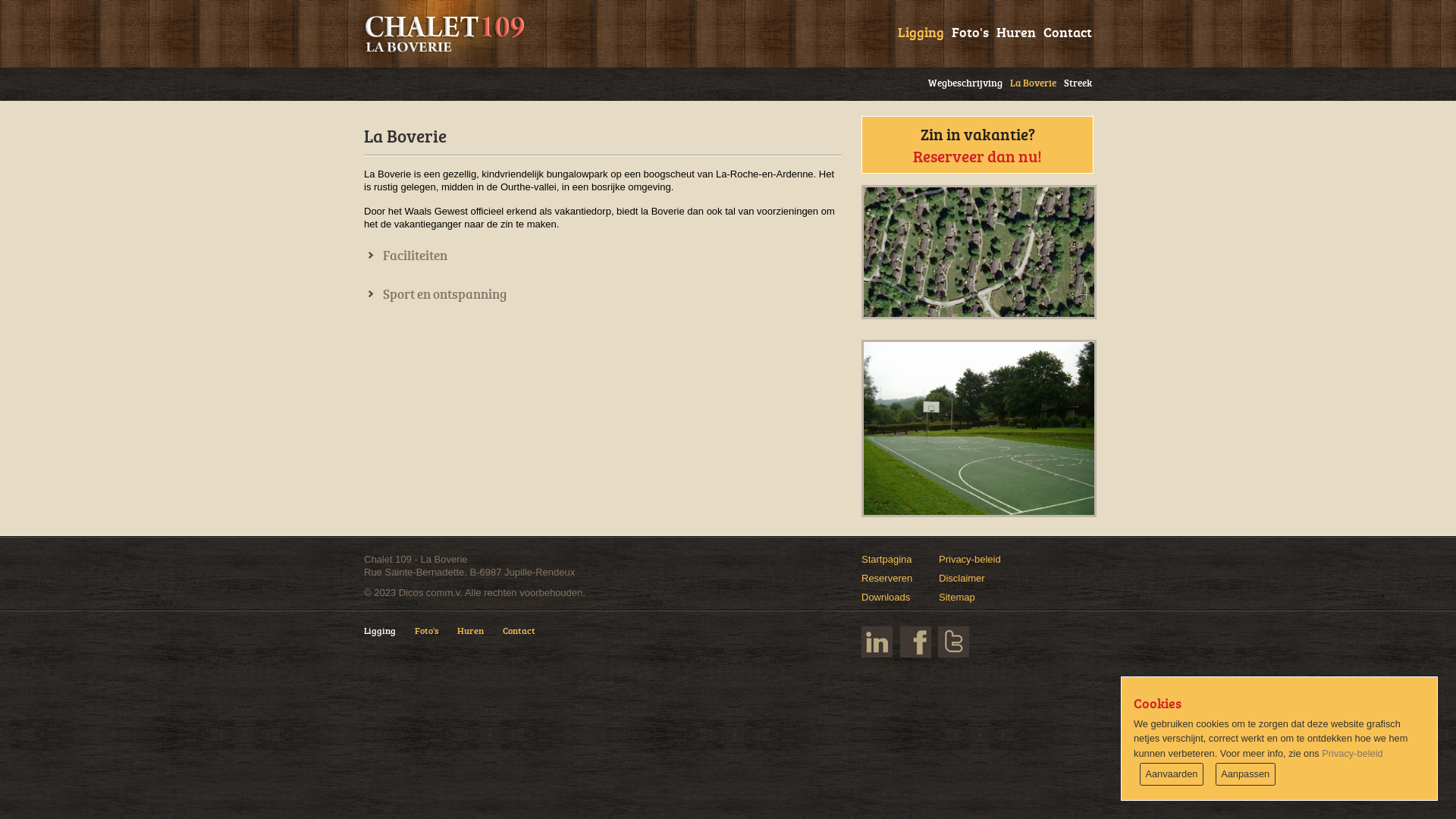 The image size is (1456, 819). What do you see at coordinates (1171, 774) in the screenshot?
I see `'Aanvaarden'` at bounding box center [1171, 774].